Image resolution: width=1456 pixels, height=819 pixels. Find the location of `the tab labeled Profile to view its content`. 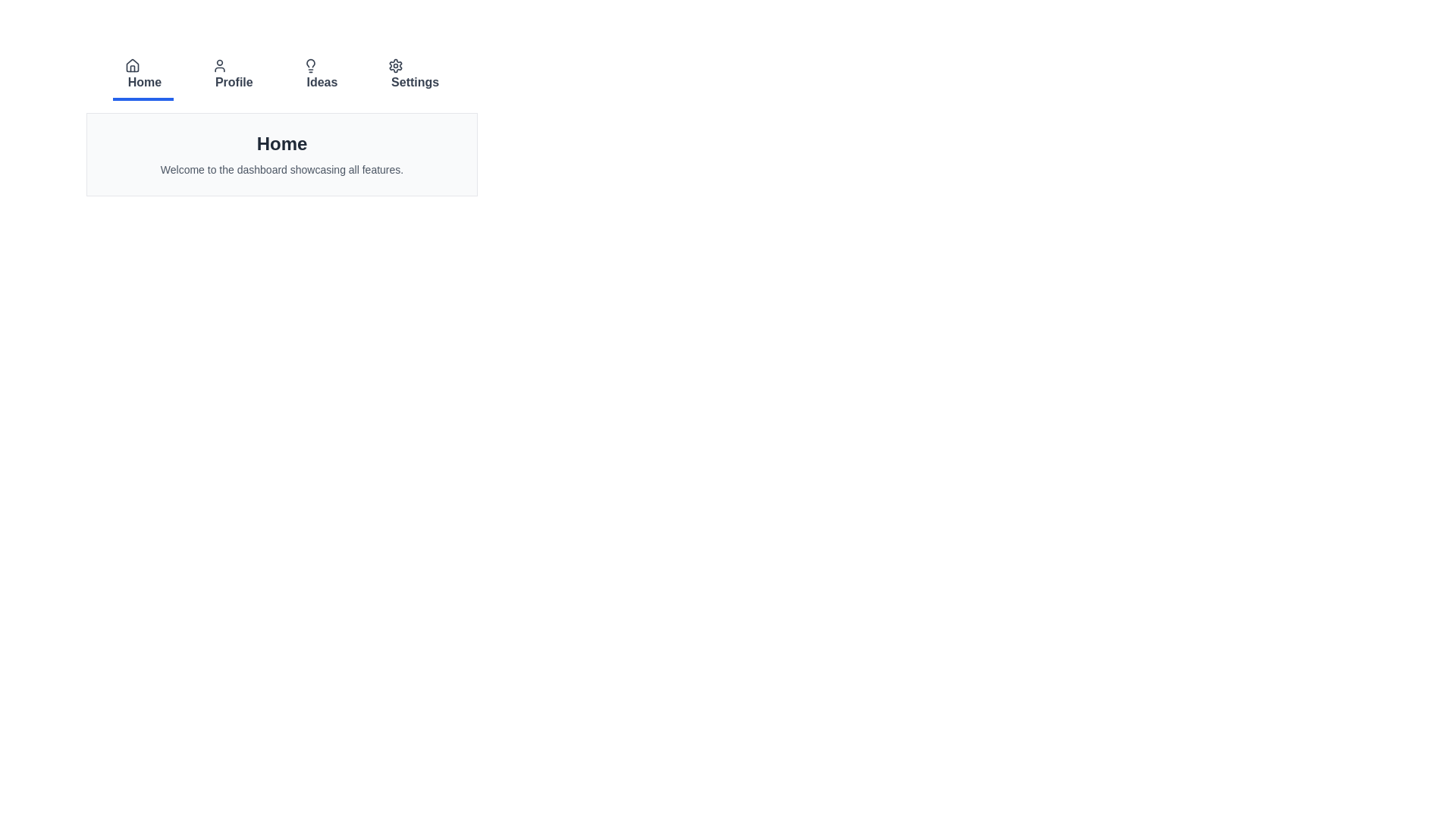

the tab labeled Profile to view its content is located at coordinates (231, 76).